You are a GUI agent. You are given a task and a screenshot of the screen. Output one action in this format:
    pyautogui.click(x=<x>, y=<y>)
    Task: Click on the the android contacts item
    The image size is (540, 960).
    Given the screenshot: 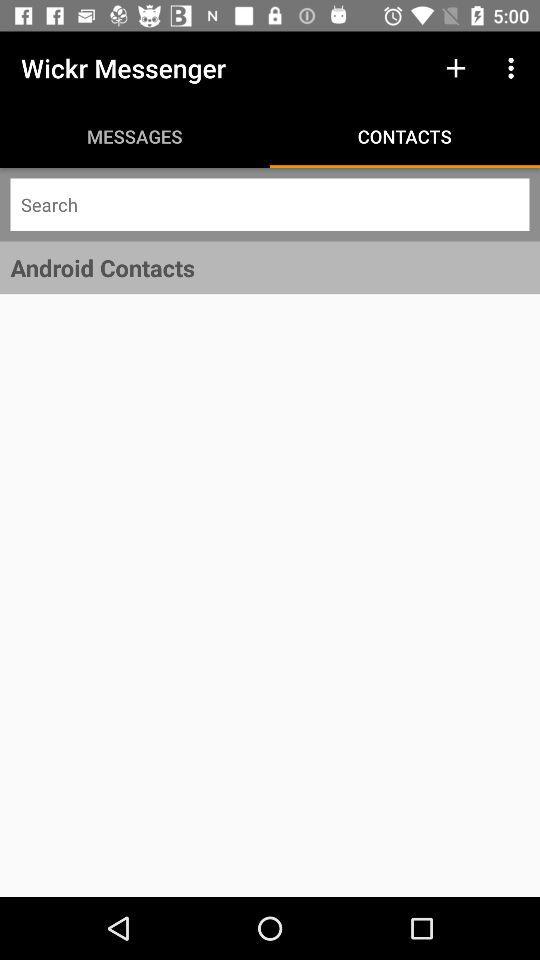 What is the action you would take?
    pyautogui.click(x=270, y=266)
    